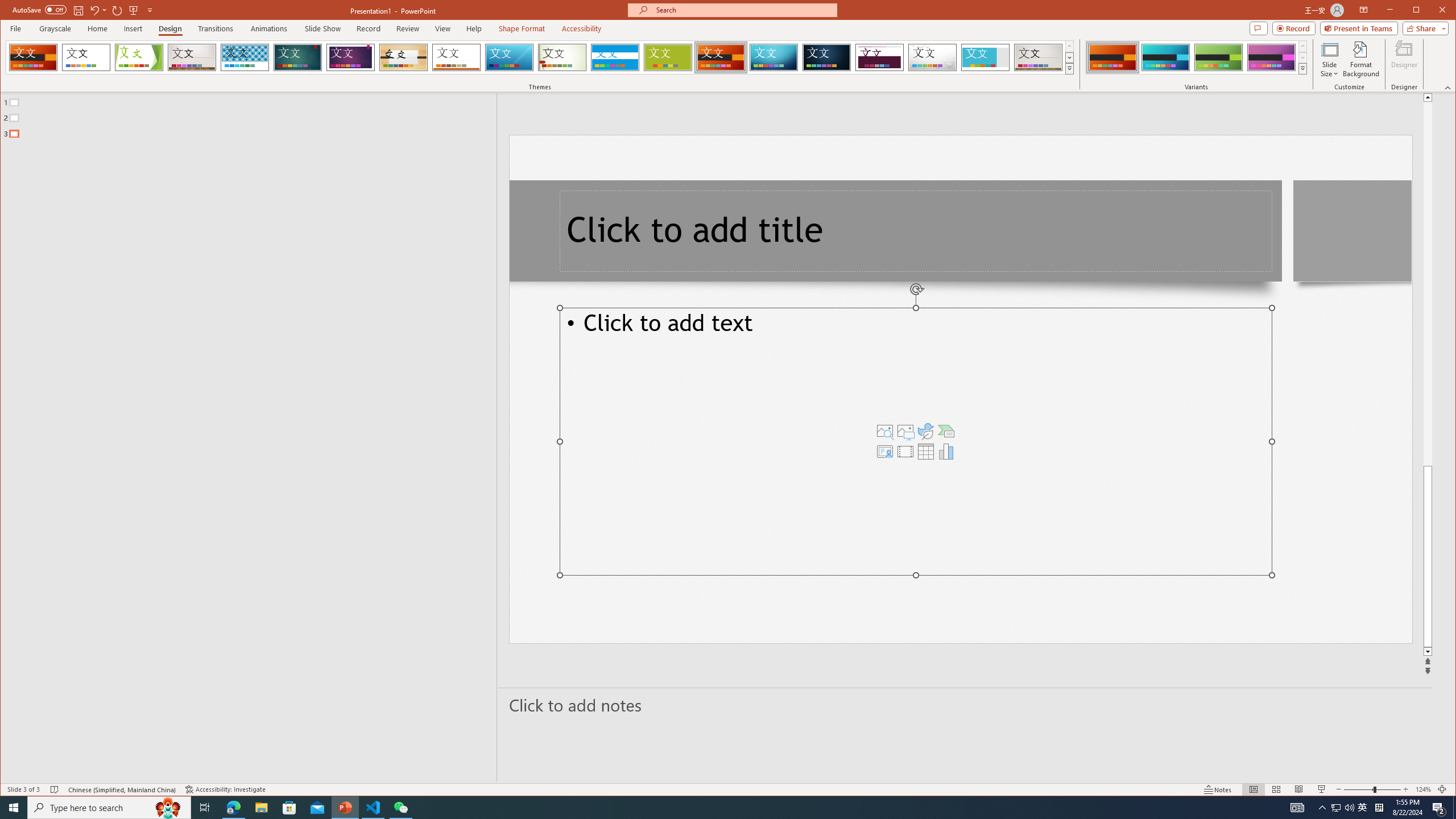 This screenshot has width=1456, height=819. Describe the element at coordinates (946, 431) in the screenshot. I see `'Insert a SmartArt Graphic'` at that location.